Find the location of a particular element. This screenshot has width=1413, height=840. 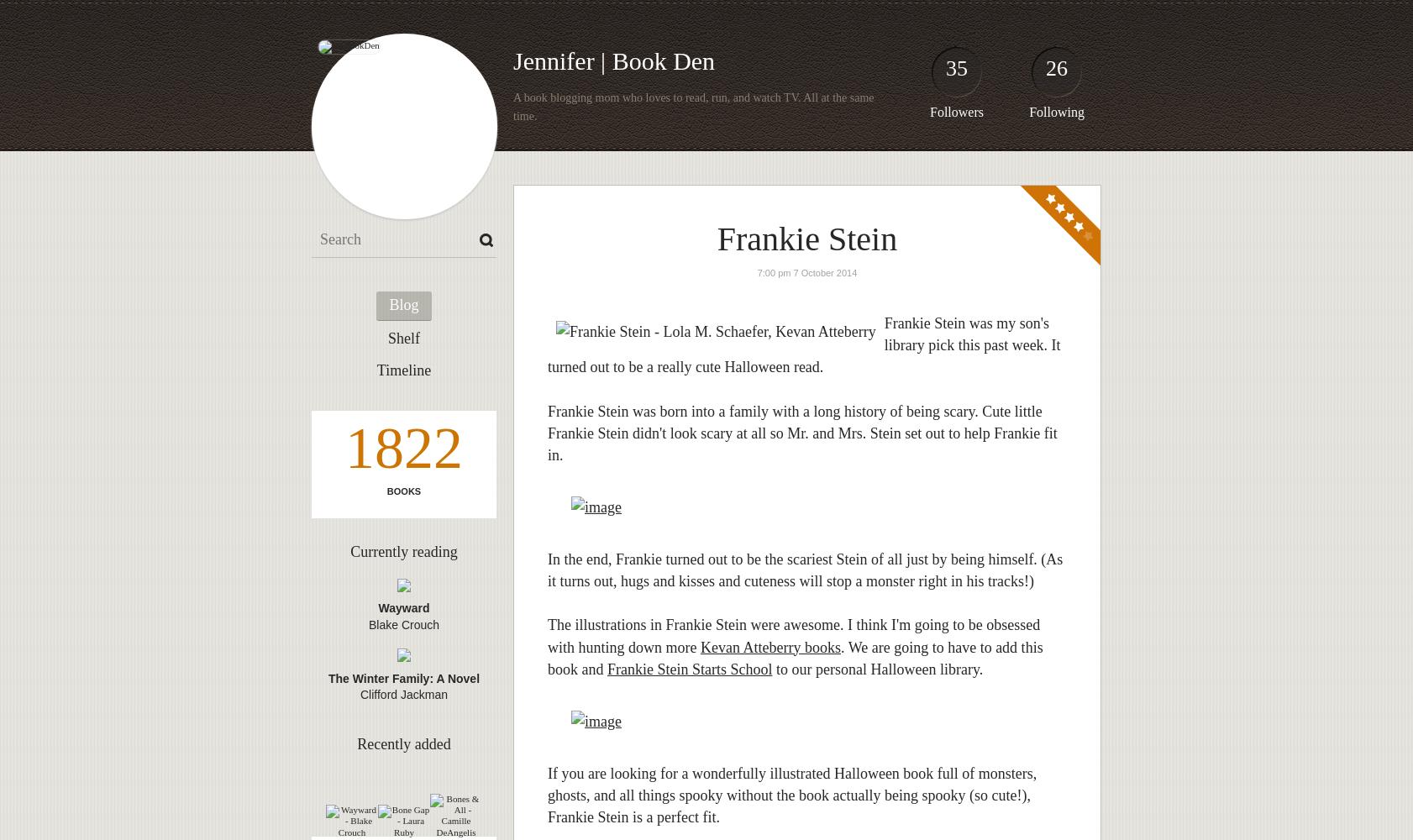

'The Winter Family: A Novel' is located at coordinates (403, 678).